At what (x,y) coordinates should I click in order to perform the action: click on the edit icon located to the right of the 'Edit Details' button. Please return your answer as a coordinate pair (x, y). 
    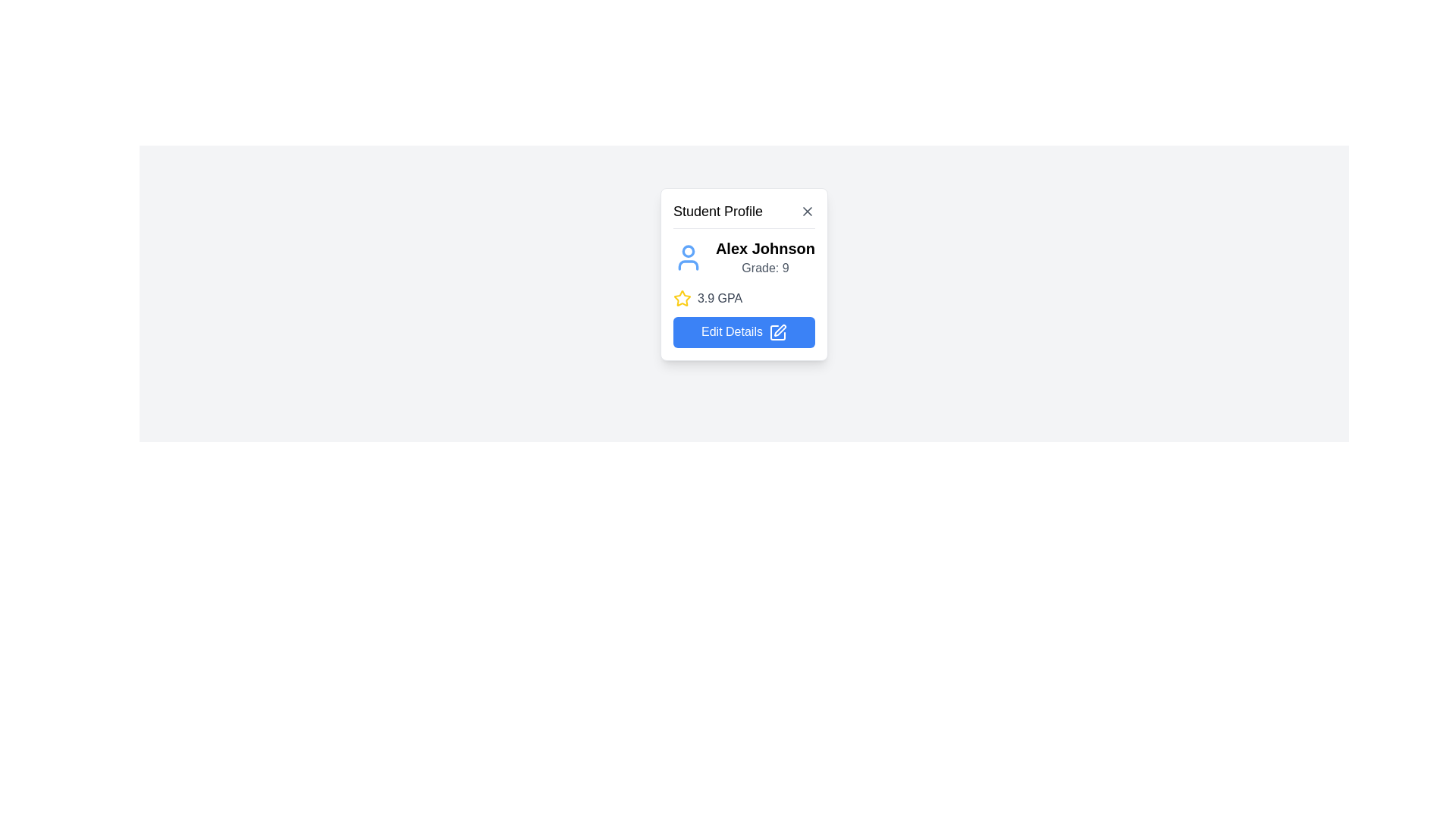
    Looking at the image, I should click on (777, 331).